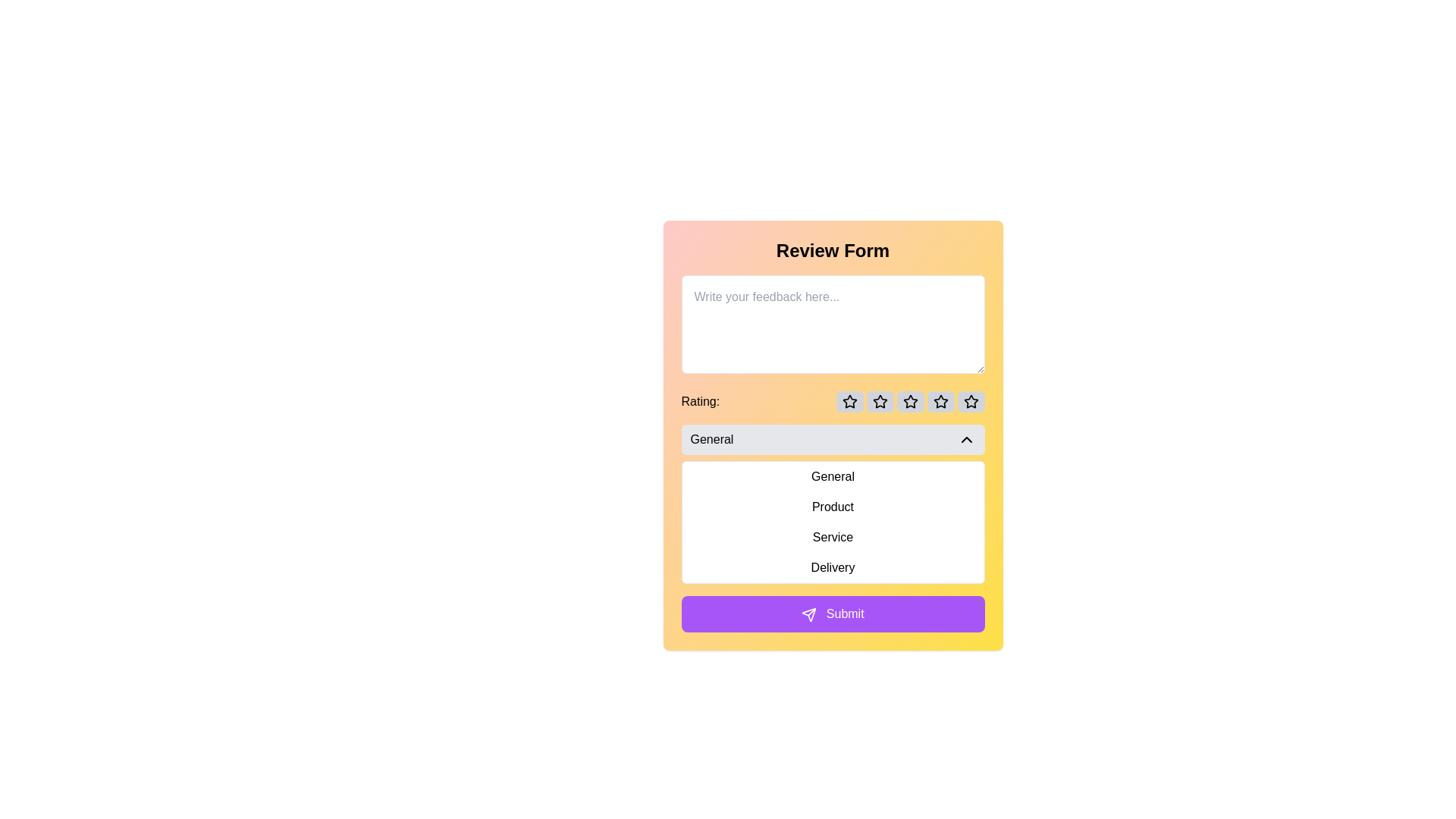 The height and width of the screenshot is (819, 1456). Describe the element at coordinates (808, 614) in the screenshot. I see `the send icon located inside the purple 'Submit' button at the bottom of the form, positioned to the left of the 'Submit' text` at that location.